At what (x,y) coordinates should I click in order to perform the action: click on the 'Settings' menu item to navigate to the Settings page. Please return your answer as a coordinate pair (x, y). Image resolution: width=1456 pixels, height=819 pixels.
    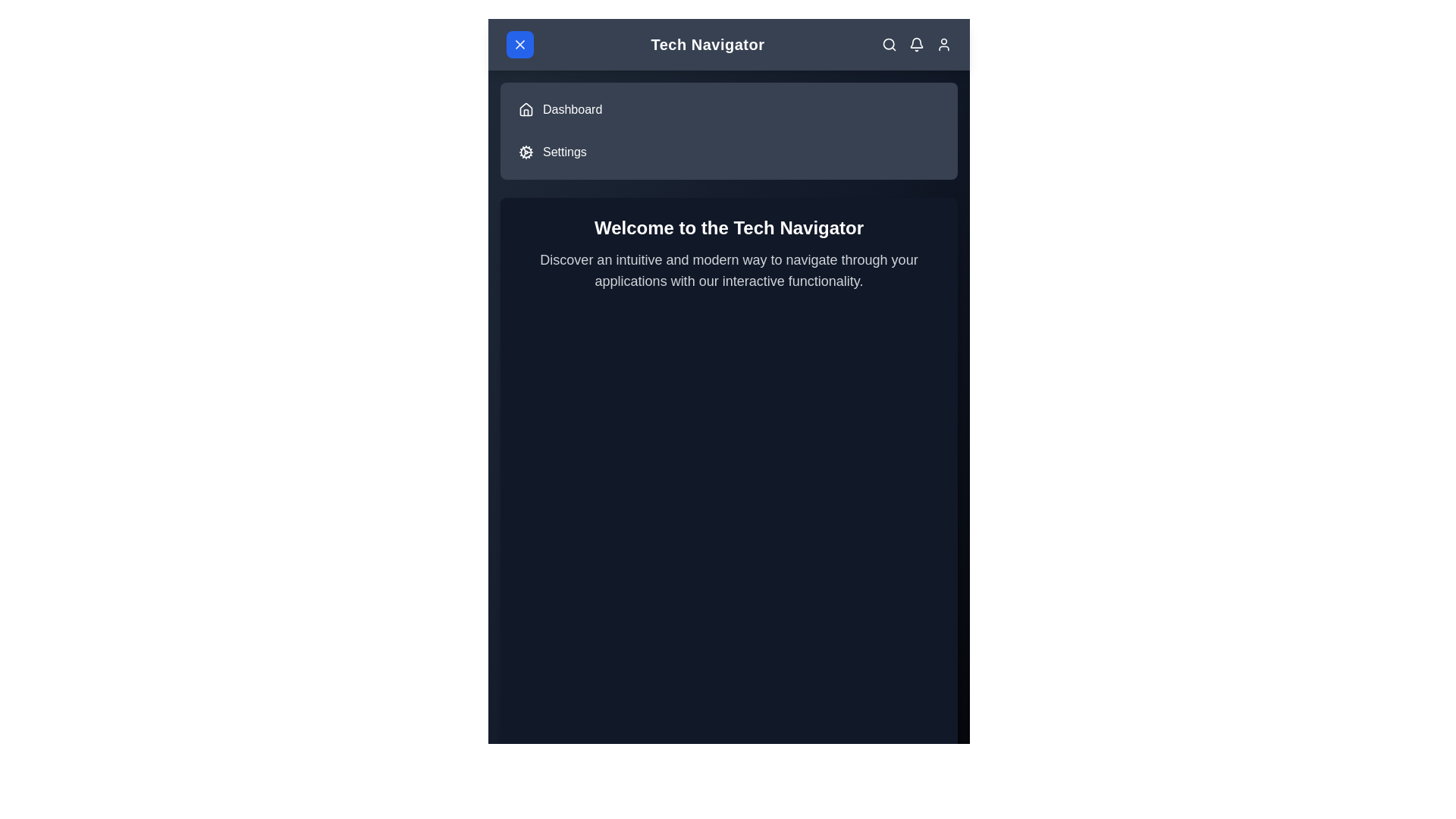
    Looking at the image, I should click on (563, 152).